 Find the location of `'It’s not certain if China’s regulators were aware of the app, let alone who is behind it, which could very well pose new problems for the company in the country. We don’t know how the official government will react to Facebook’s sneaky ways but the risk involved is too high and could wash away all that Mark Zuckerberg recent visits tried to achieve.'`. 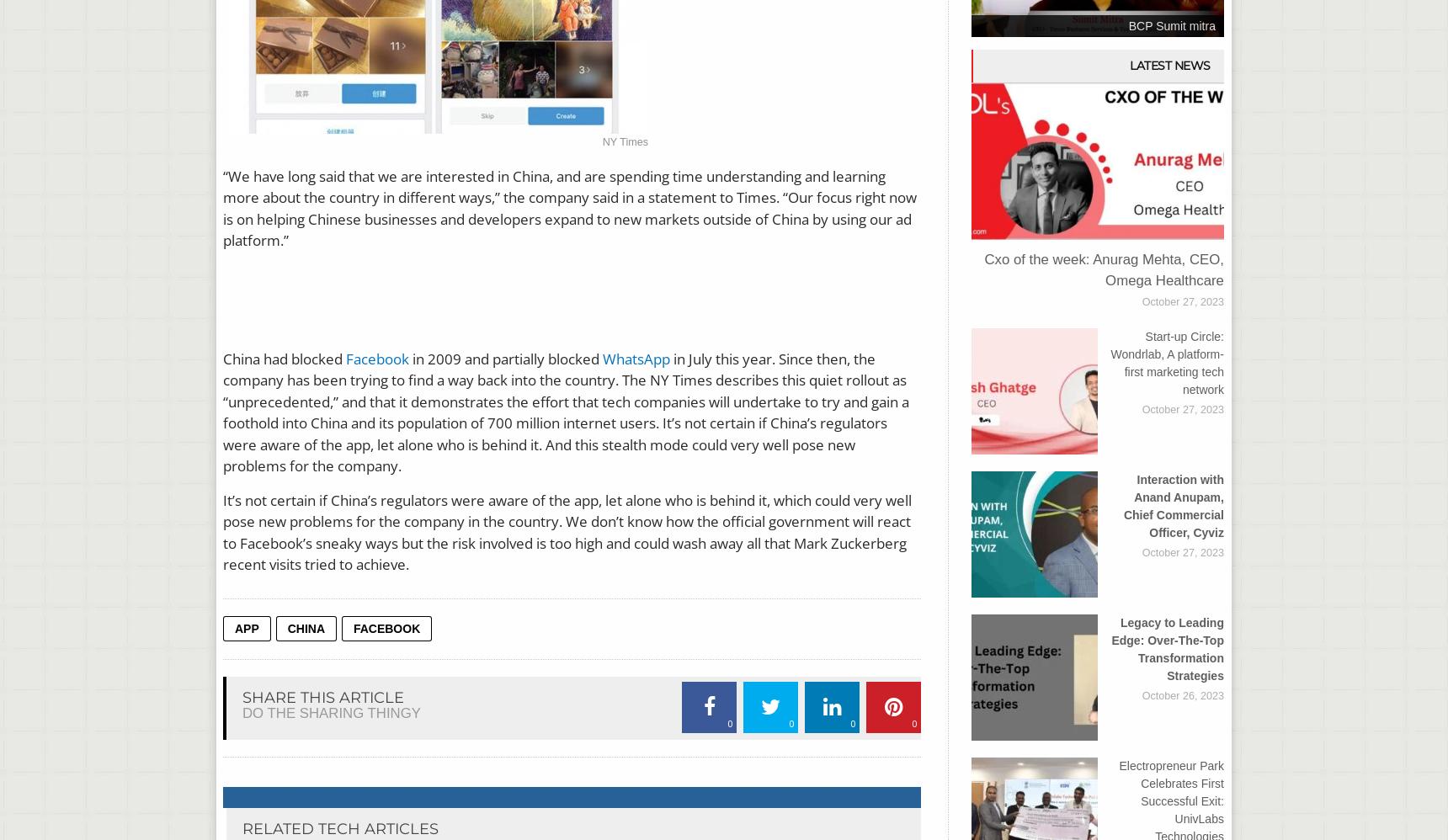

'It’s not certain if China’s regulators were aware of the app, let alone who is behind it, which could very well pose new problems for the company in the country. We don’t know how the official government will react to Facebook’s sneaky ways but the risk involved is too high and could wash away all that Mark Zuckerberg recent visits tried to achieve.' is located at coordinates (567, 532).